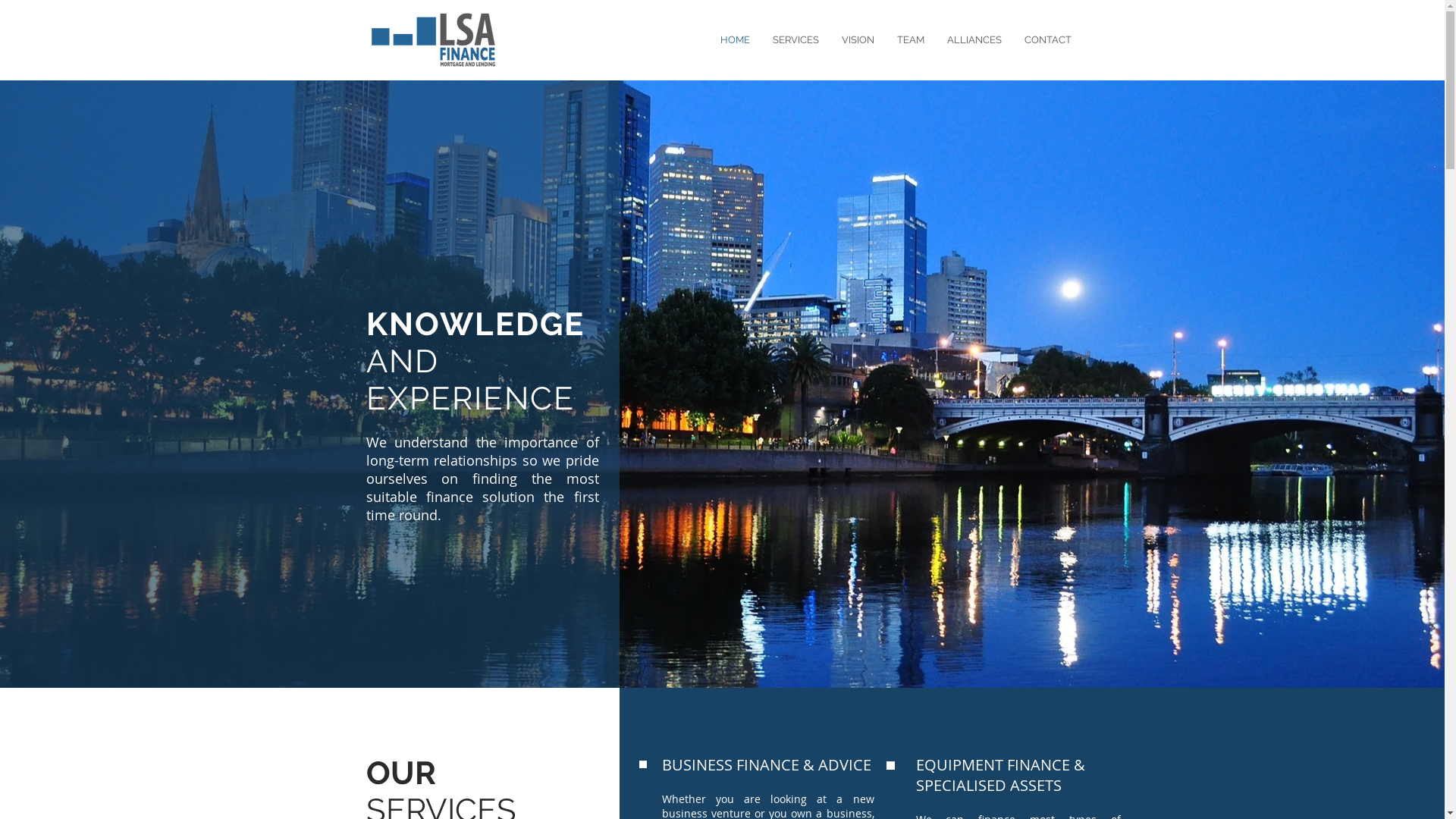 Image resolution: width=1456 pixels, height=819 pixels. I want to click on 'BUSINESS FINANCE & ADVICE', so click(765, 764).